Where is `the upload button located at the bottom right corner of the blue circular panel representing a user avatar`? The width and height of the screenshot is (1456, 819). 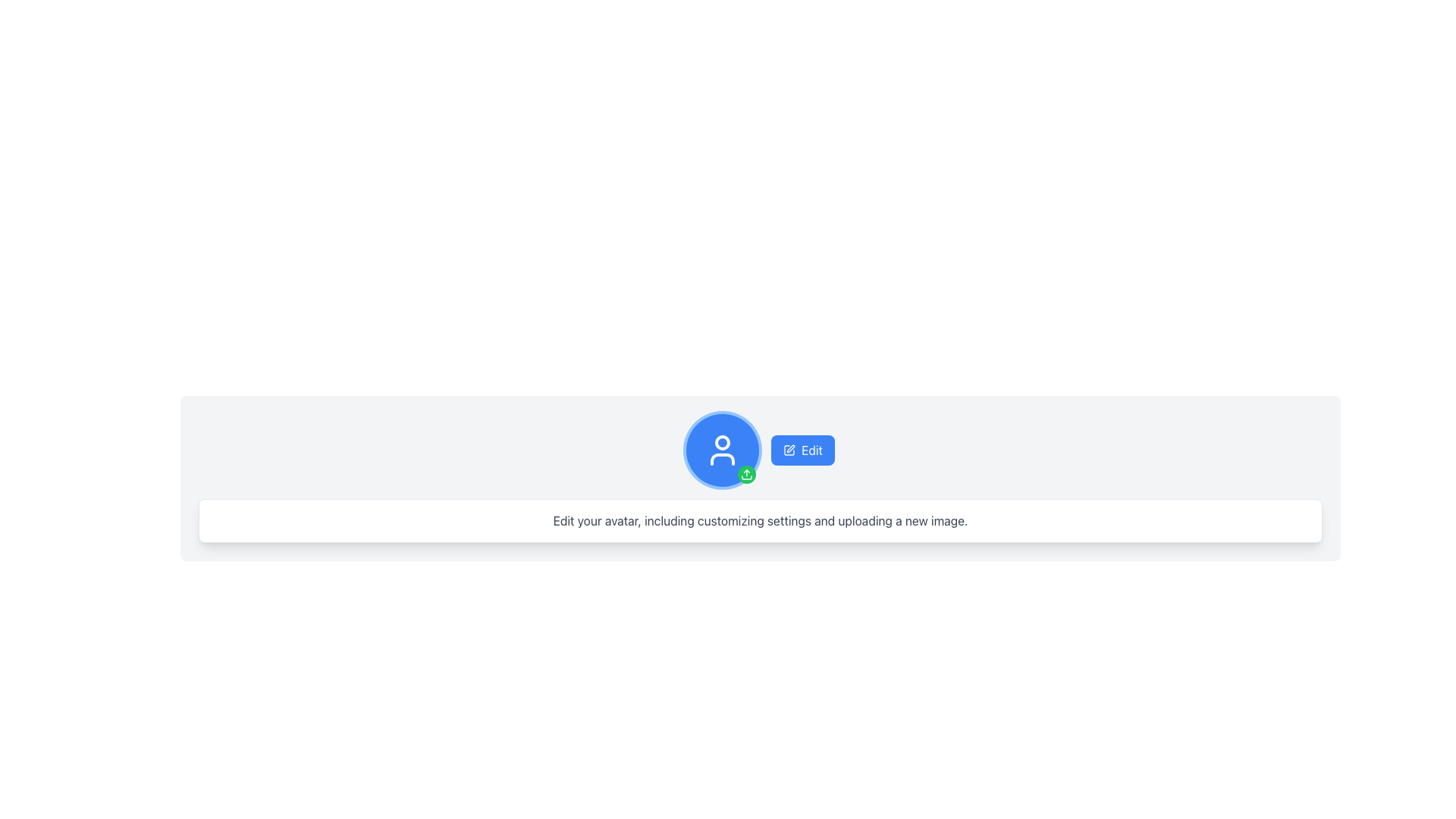 the upload button located at the bottom right corner of the blue circular panel representing a user avatar is located at coordinates (747, 473).